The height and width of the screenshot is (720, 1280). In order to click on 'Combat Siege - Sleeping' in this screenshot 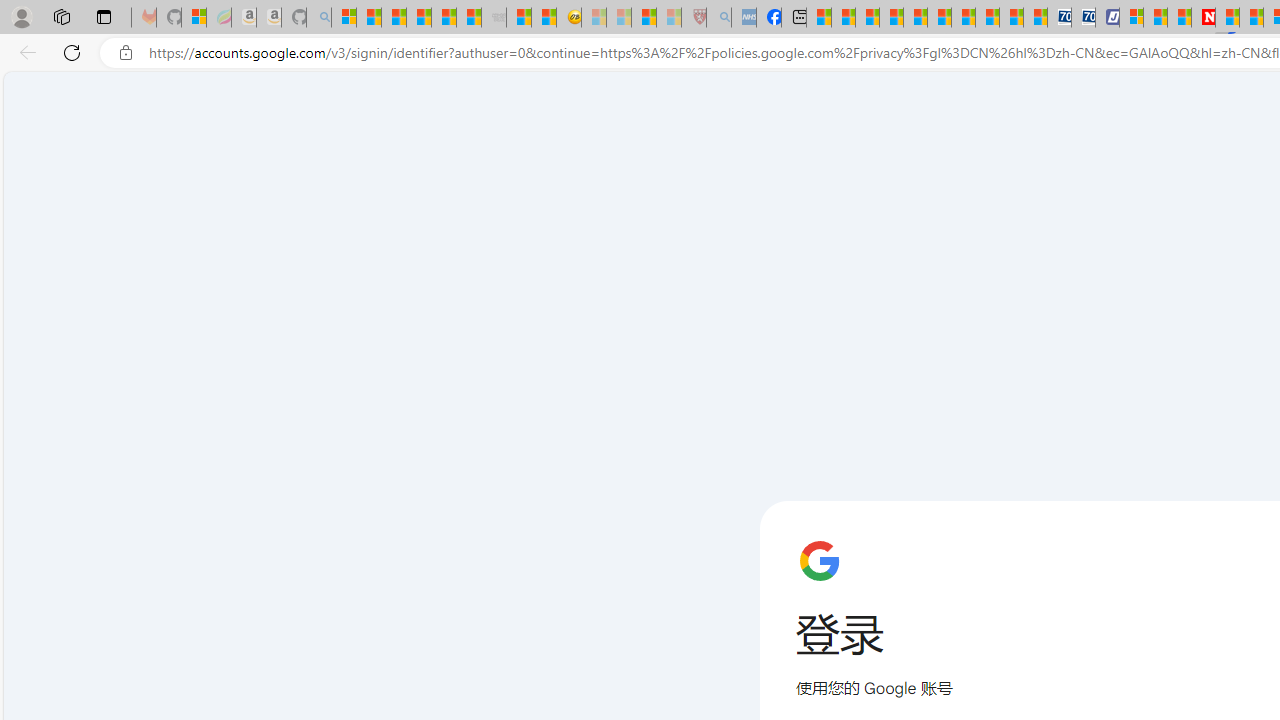, I will do `click(494, 17)`.